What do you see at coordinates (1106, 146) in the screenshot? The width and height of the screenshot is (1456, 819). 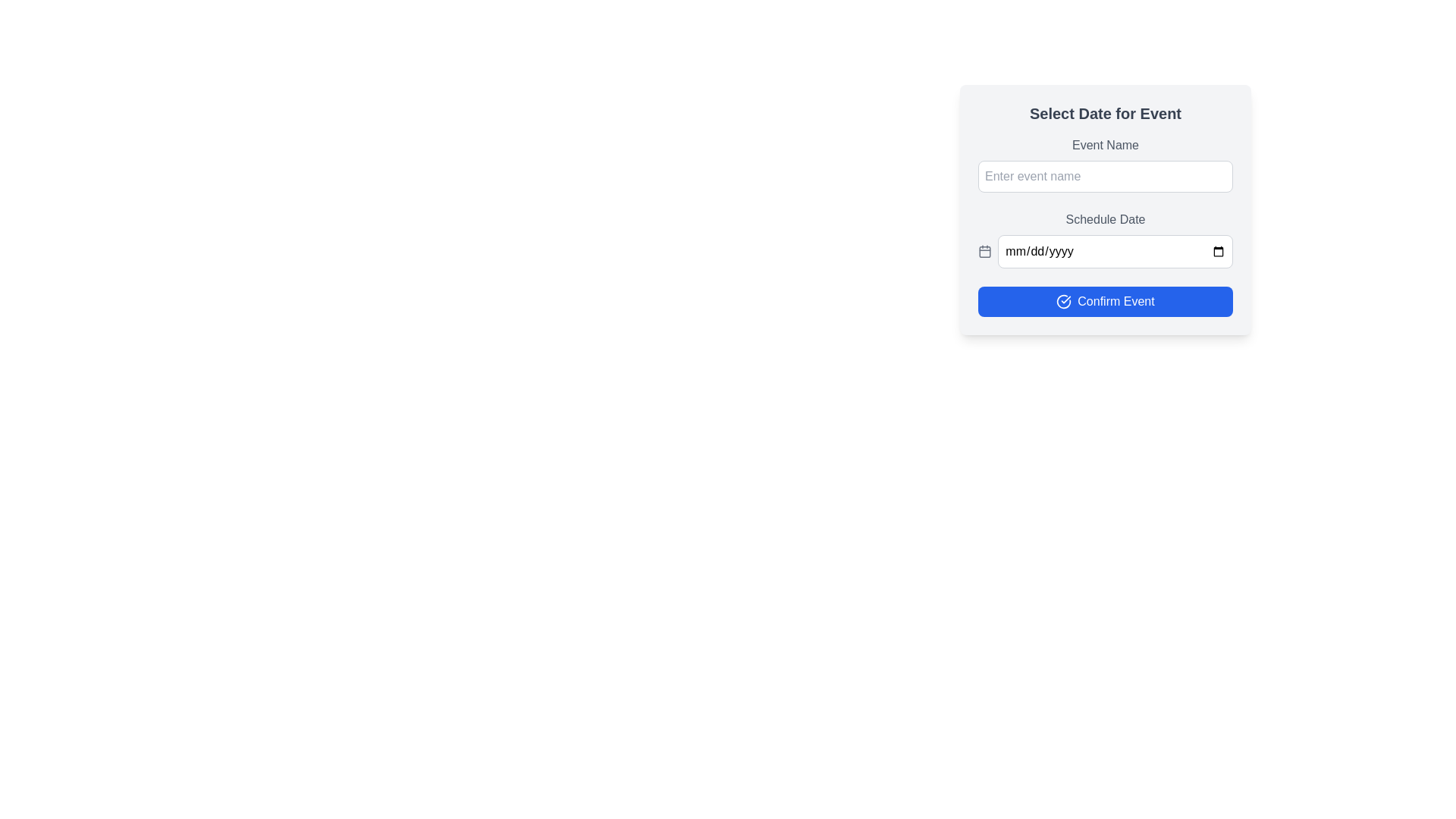 I see `the label indicating the purpose of the adjacent input field for the event name in the 'Select Date for Event' form` at bounding box center [1106, 146].